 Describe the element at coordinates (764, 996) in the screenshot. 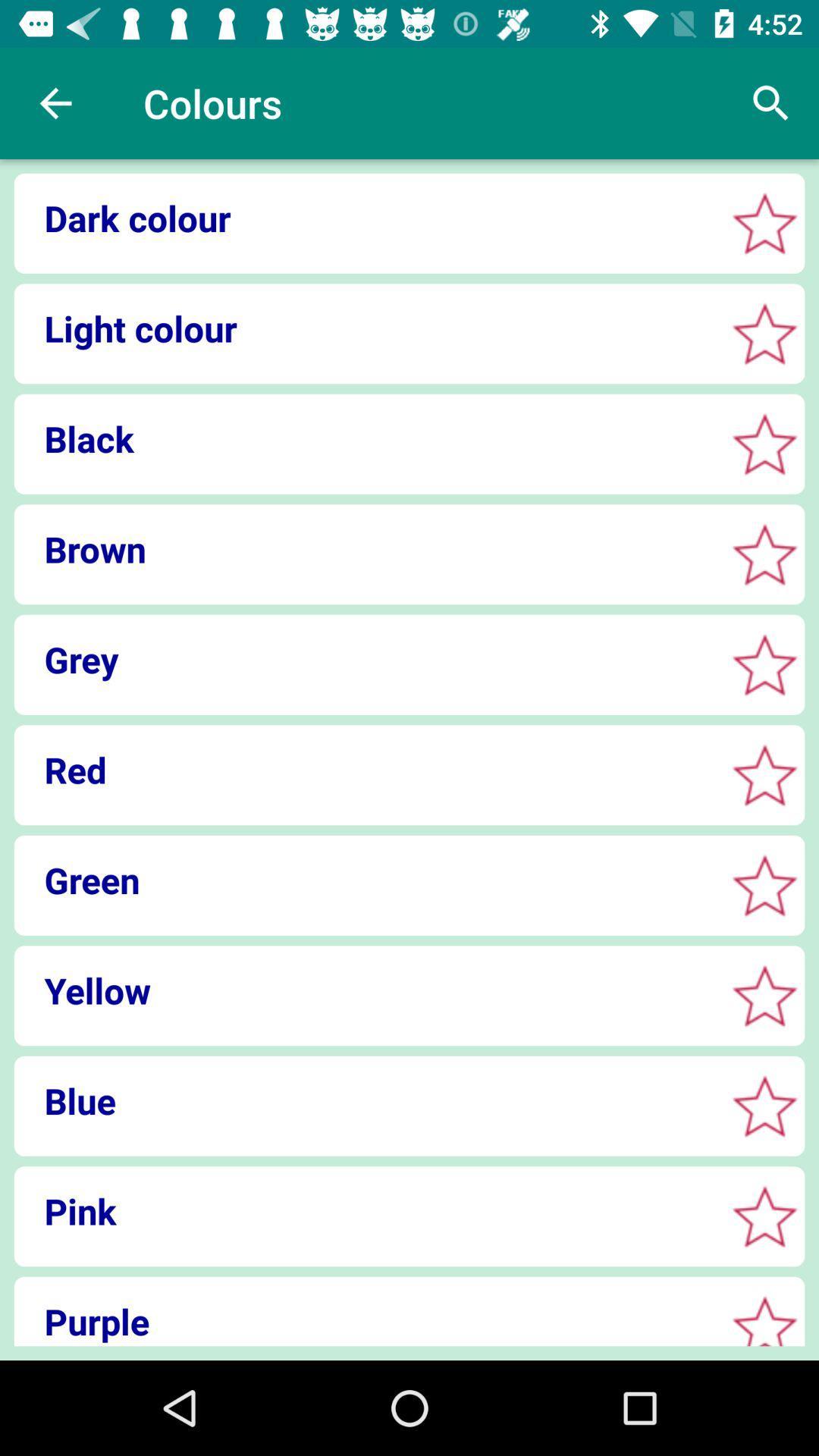

I see `yellow` at that location.